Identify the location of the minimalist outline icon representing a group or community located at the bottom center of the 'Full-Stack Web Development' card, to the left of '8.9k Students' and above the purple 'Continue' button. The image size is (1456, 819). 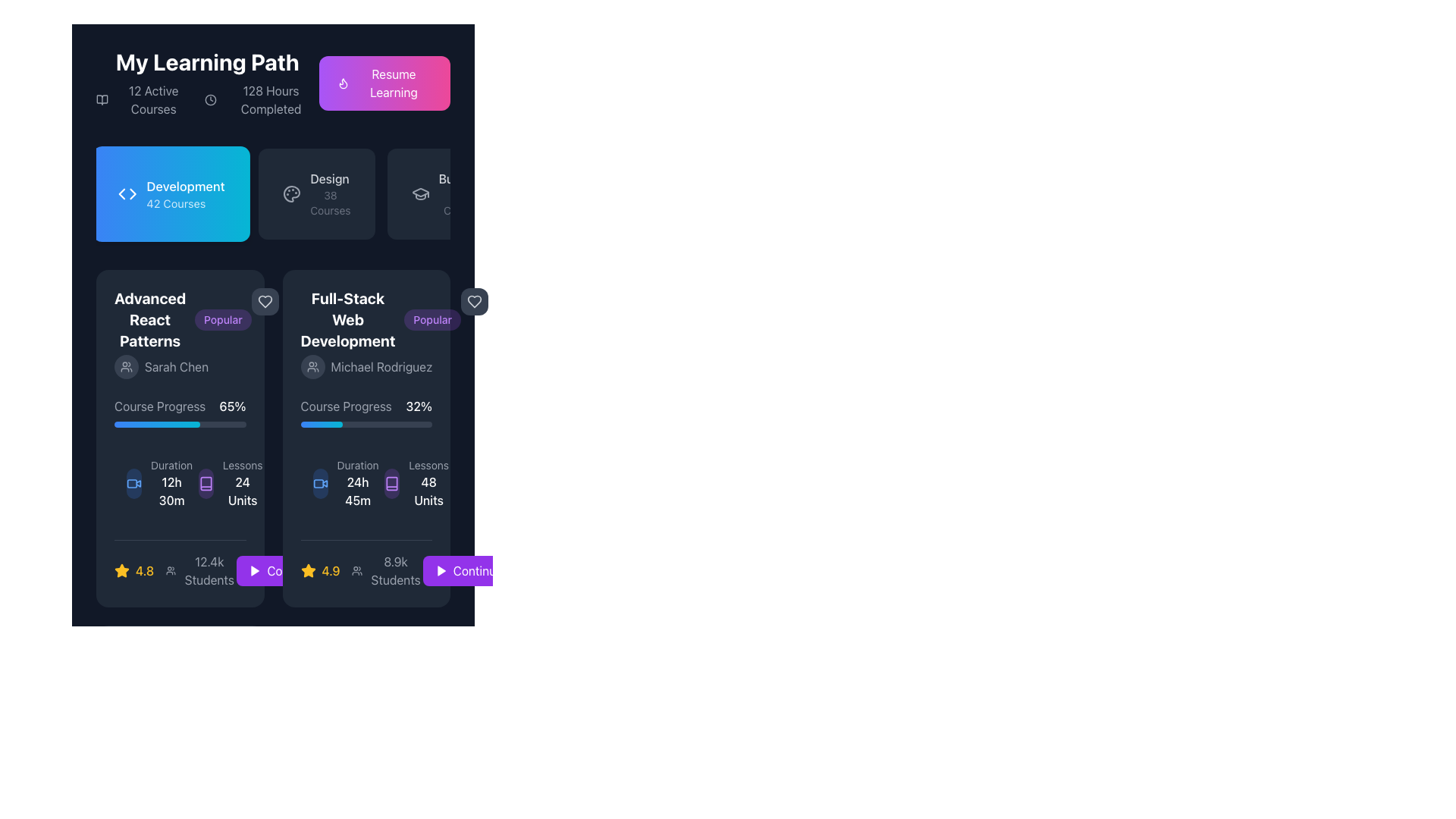
(356, 570).